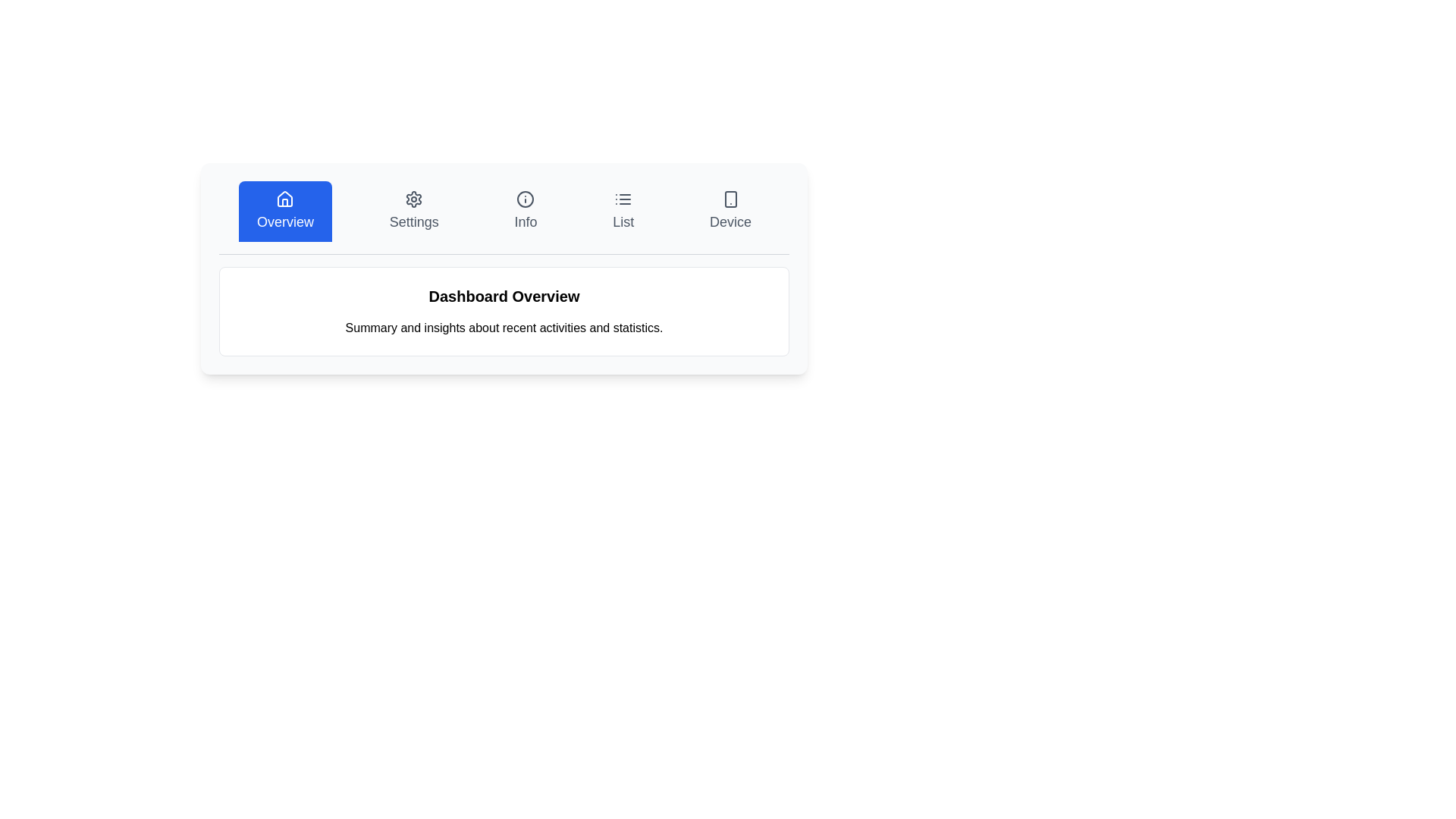  What do you see at coordinates (504, 311) in the screenshot?
I see `the informational panel that displays an overview of the dashboard, located centrally below the navigation bar and directly under the 'Overview' button` at bounding box center [504, 311].